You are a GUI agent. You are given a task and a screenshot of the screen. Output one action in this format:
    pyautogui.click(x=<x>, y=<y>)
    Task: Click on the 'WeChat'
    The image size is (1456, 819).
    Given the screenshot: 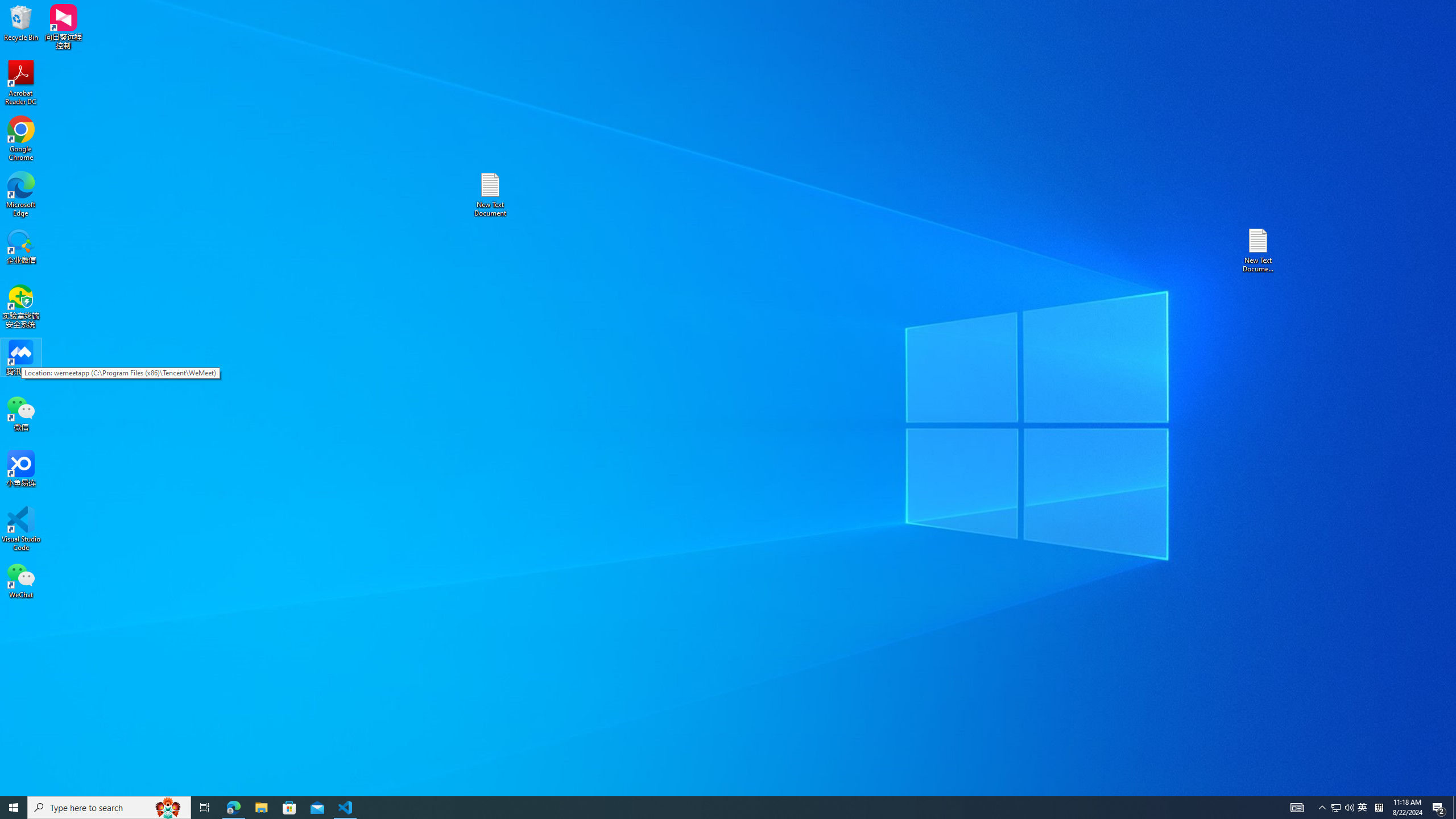 What is the action you would take?
    pyautogui.click(x=20, y=580)
    